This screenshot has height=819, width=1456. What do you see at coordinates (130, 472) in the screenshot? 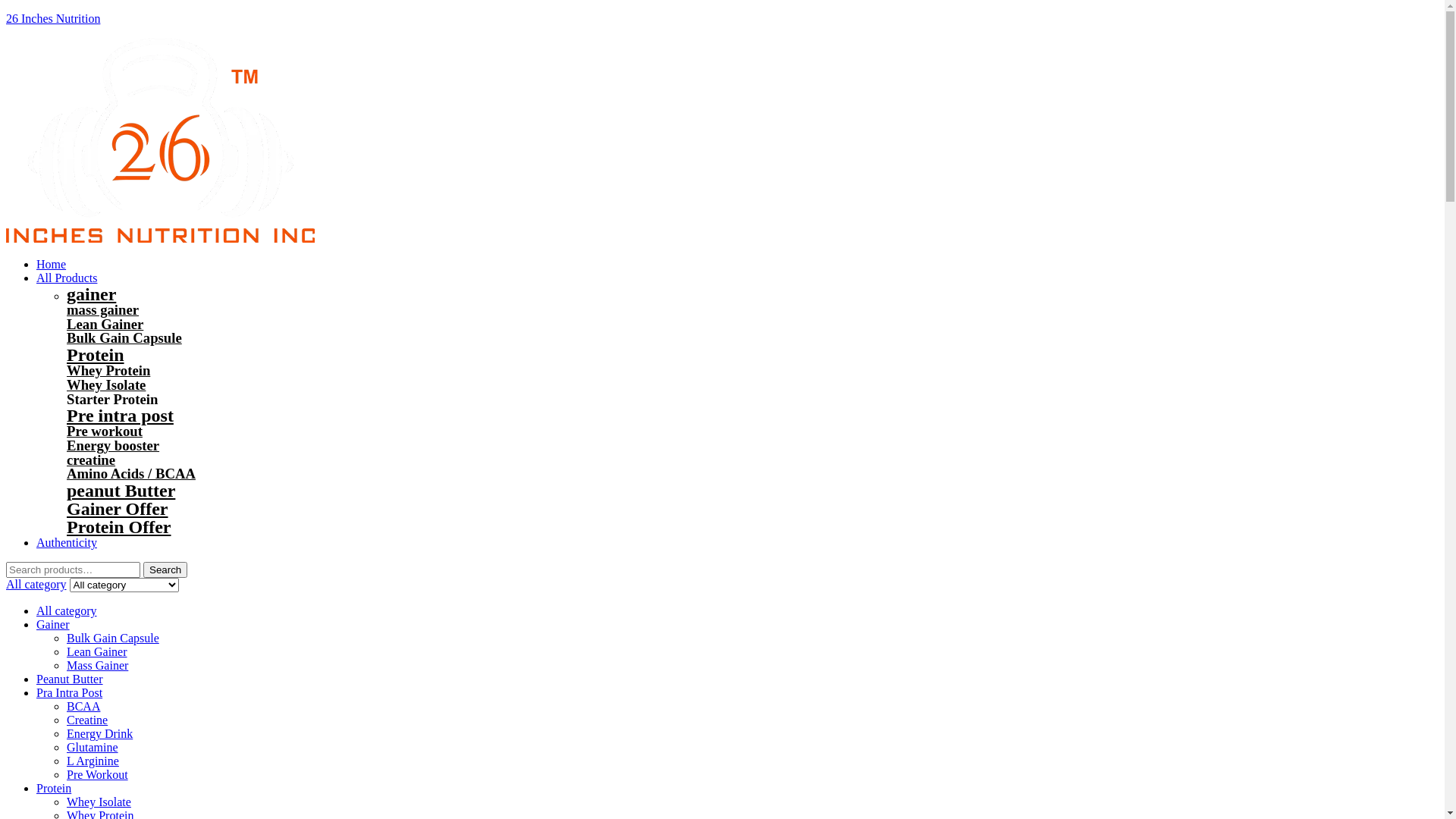
I see `'Amino Acids / BCAA'` at bounding box center [130, 472].